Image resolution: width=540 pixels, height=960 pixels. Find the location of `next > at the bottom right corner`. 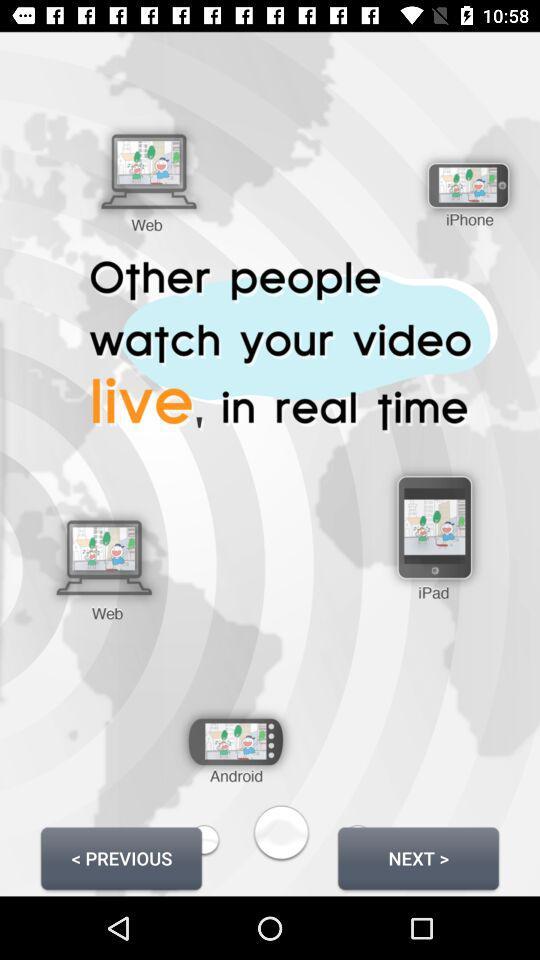

next > at the bottom right corner is located at coordinates (417, 857).